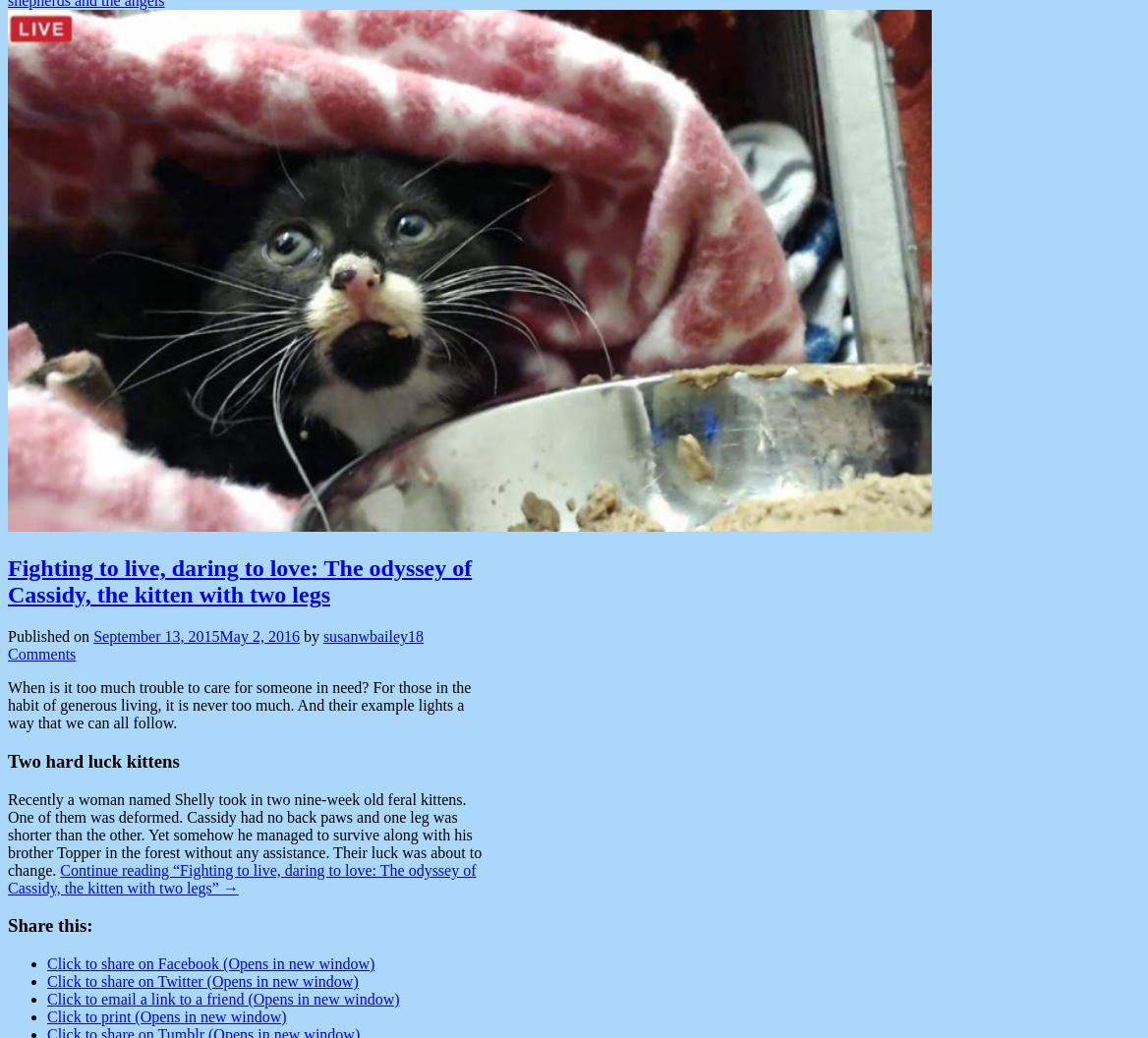 Image resolution: width=1148 pixels, height=1038 pixels. I want to click on 'May 2, 2016', so click(258, 635).